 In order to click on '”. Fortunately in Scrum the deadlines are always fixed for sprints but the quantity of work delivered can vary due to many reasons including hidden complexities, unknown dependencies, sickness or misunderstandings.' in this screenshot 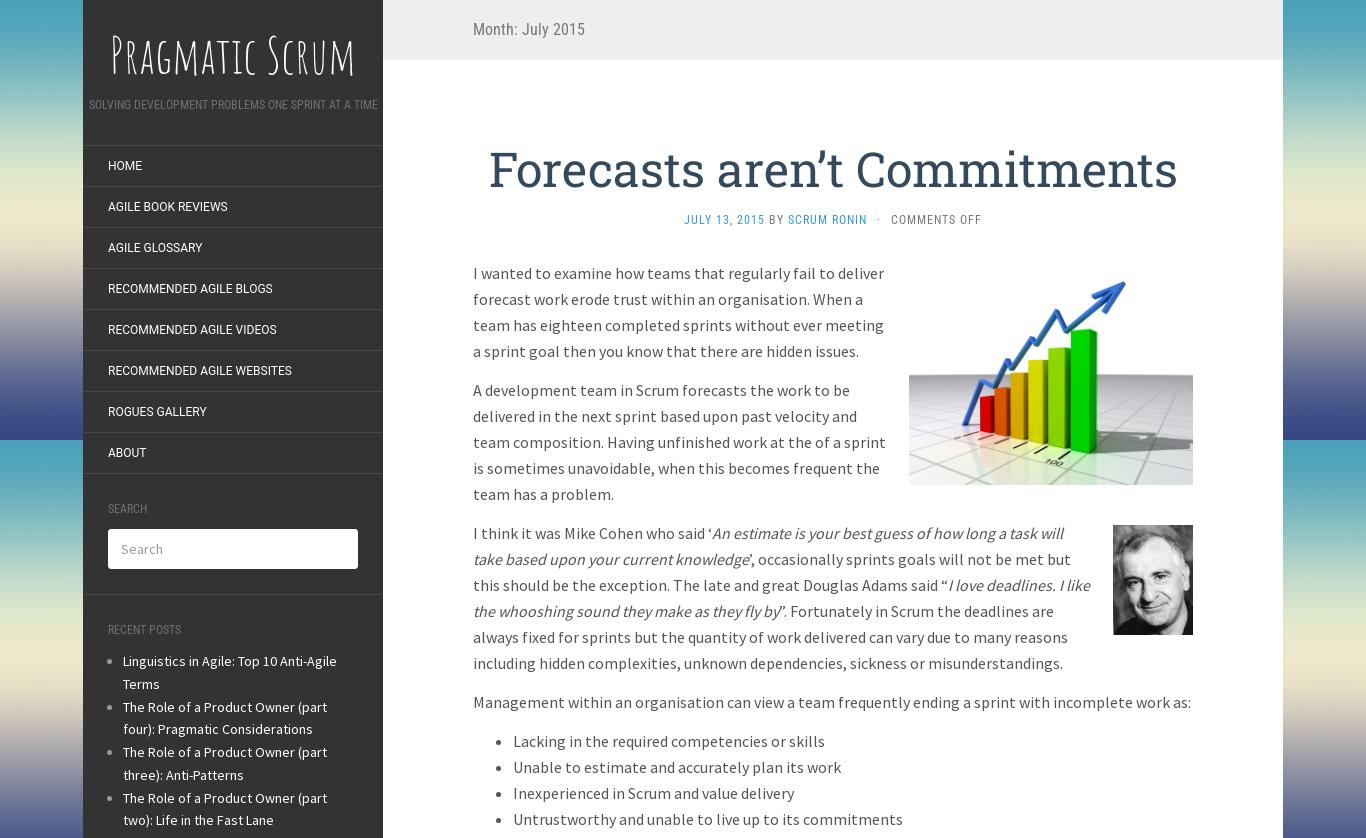, I will do `click(770, 635)`.